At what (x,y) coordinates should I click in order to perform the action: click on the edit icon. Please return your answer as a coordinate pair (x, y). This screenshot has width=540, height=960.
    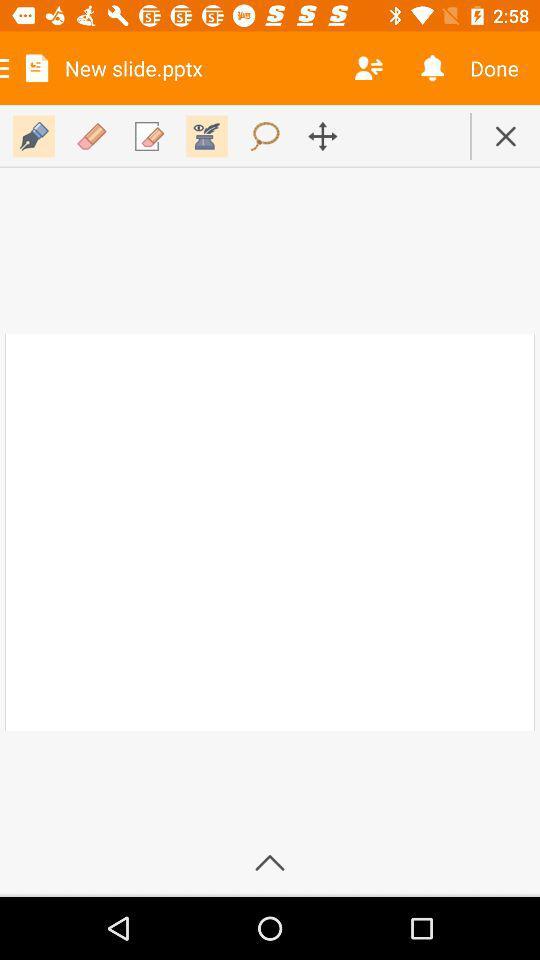
    Looking at the image, I should click on (148, 135).